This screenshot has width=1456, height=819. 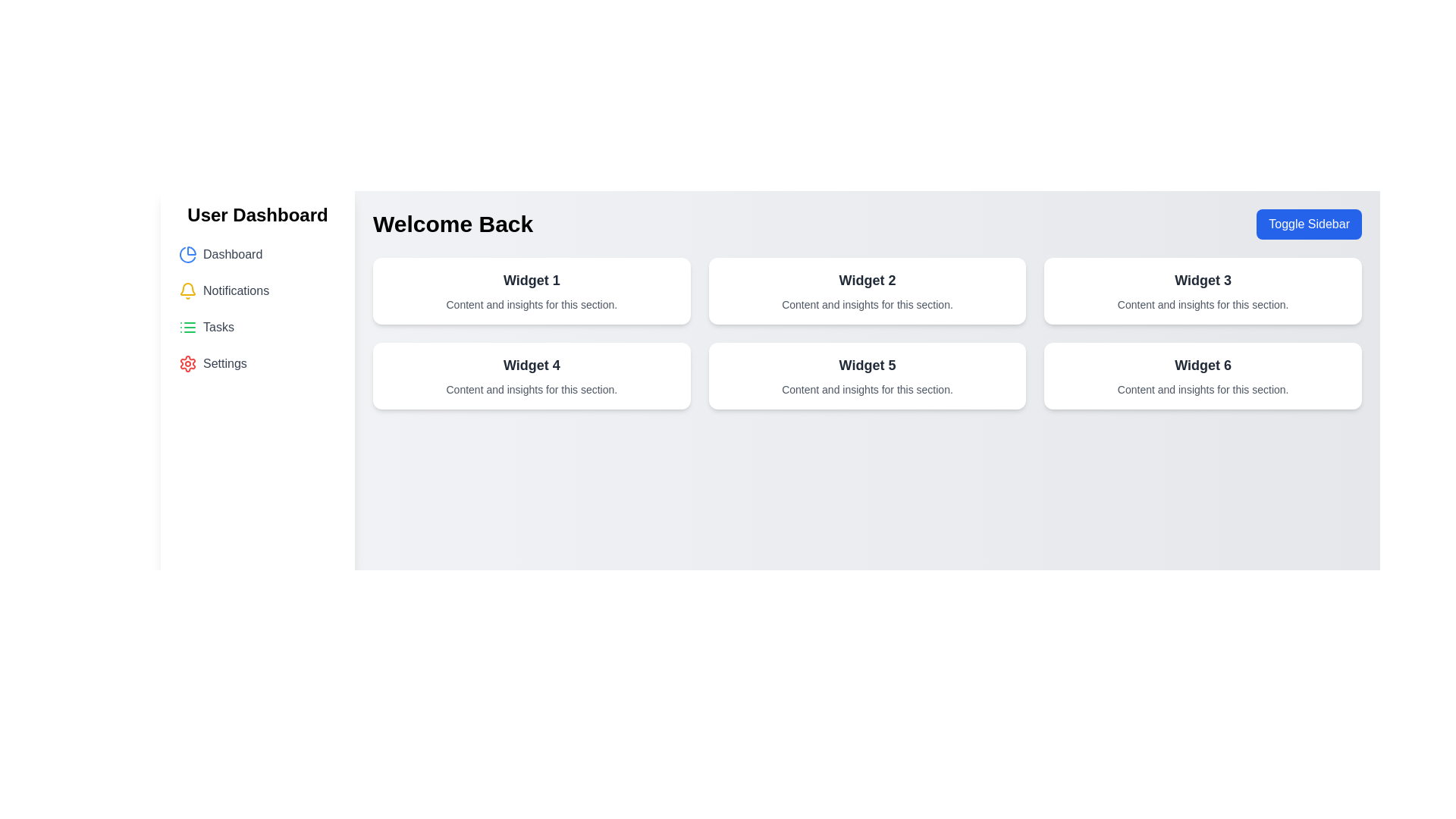 I want to click on the Card widget labeled 'Widget 5' with a white background and rounded corners, located at the bottom-right corner of the leftmost three-column group in the second row, so click(x=867, y=375).